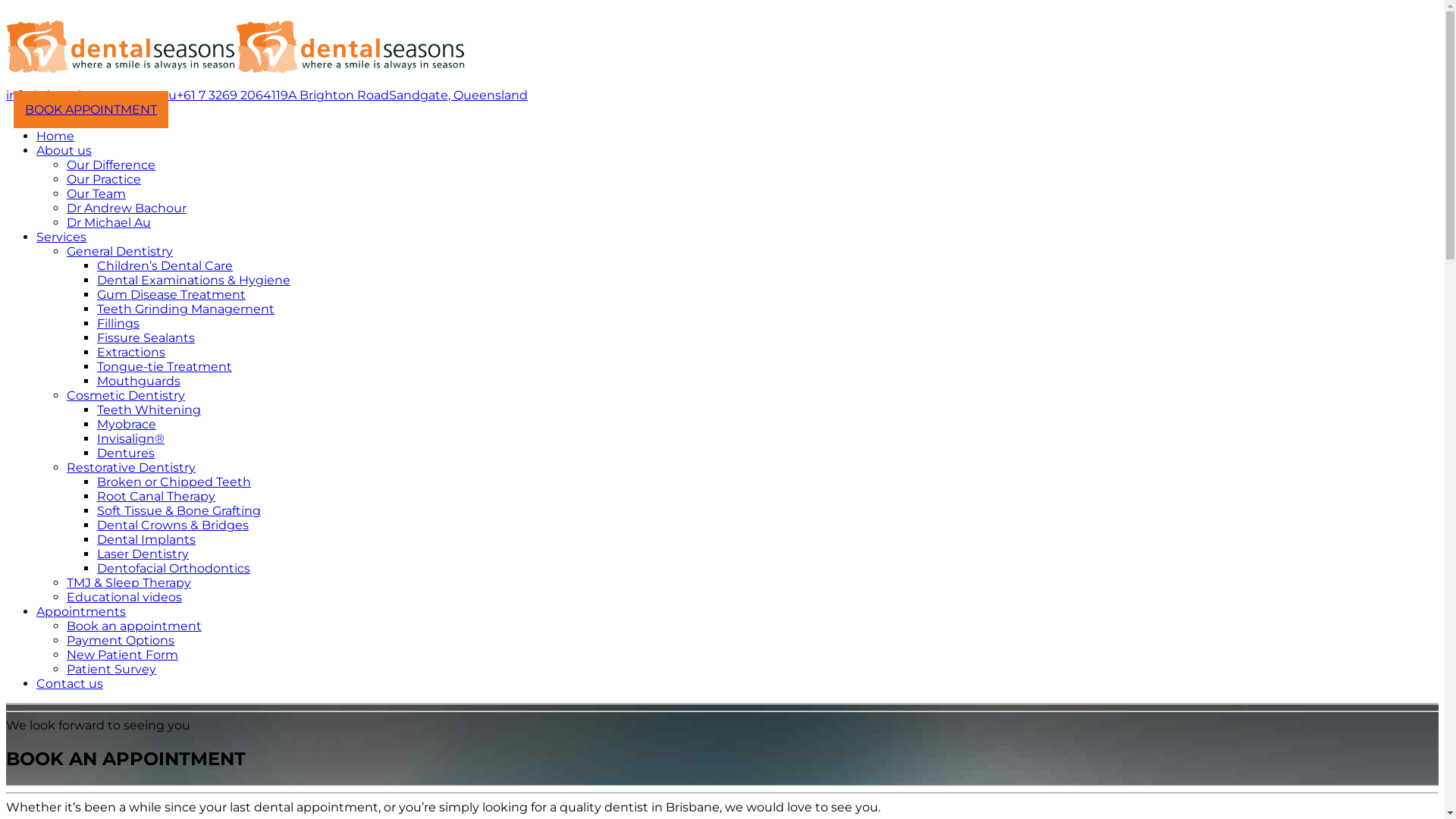 This screenshot has width=1456, height=819. I want to click on 'Our Difference', so click(110, 165).